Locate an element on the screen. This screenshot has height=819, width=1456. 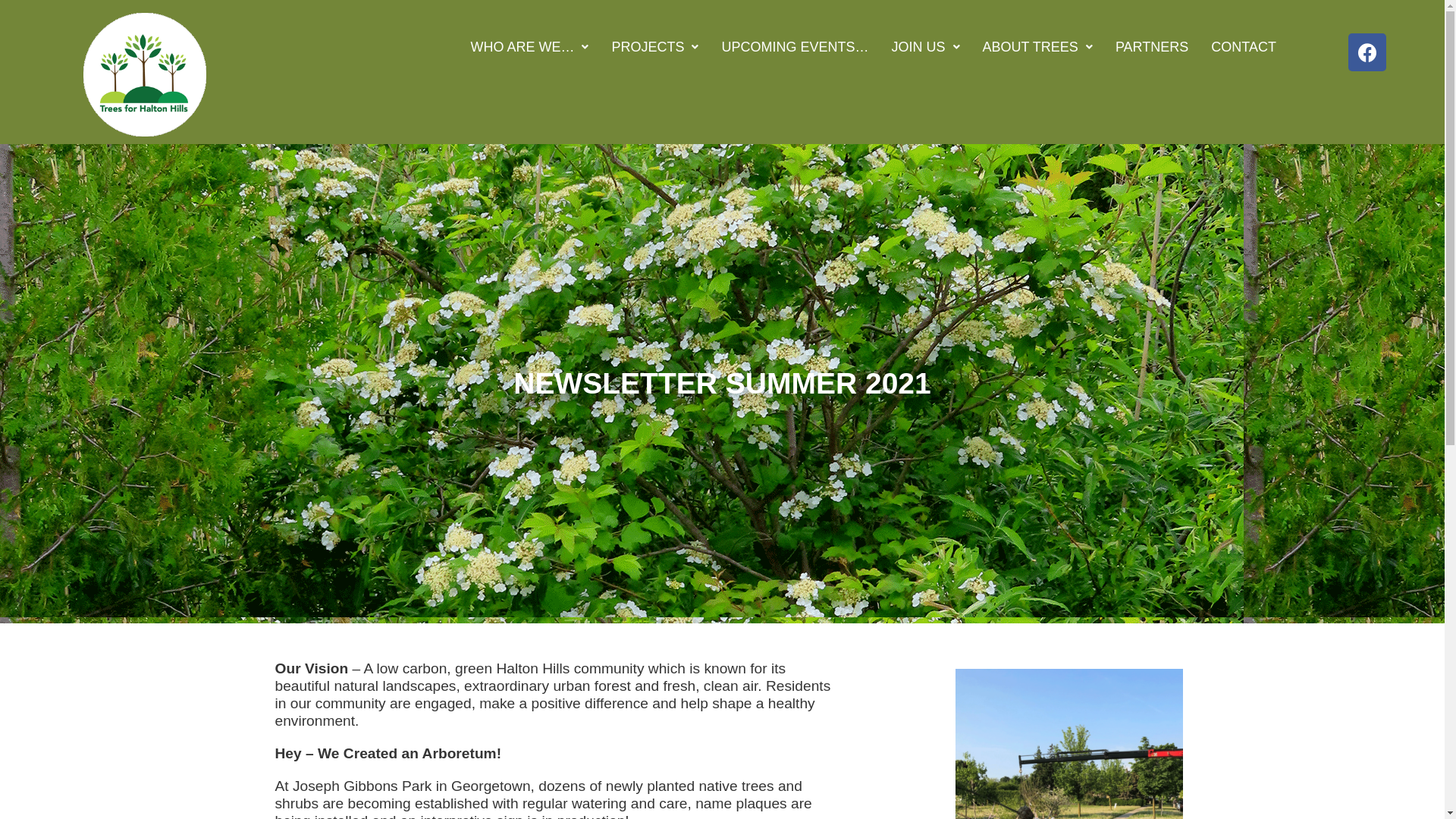
'PROJECTS' is located at coordinates (654, 45).